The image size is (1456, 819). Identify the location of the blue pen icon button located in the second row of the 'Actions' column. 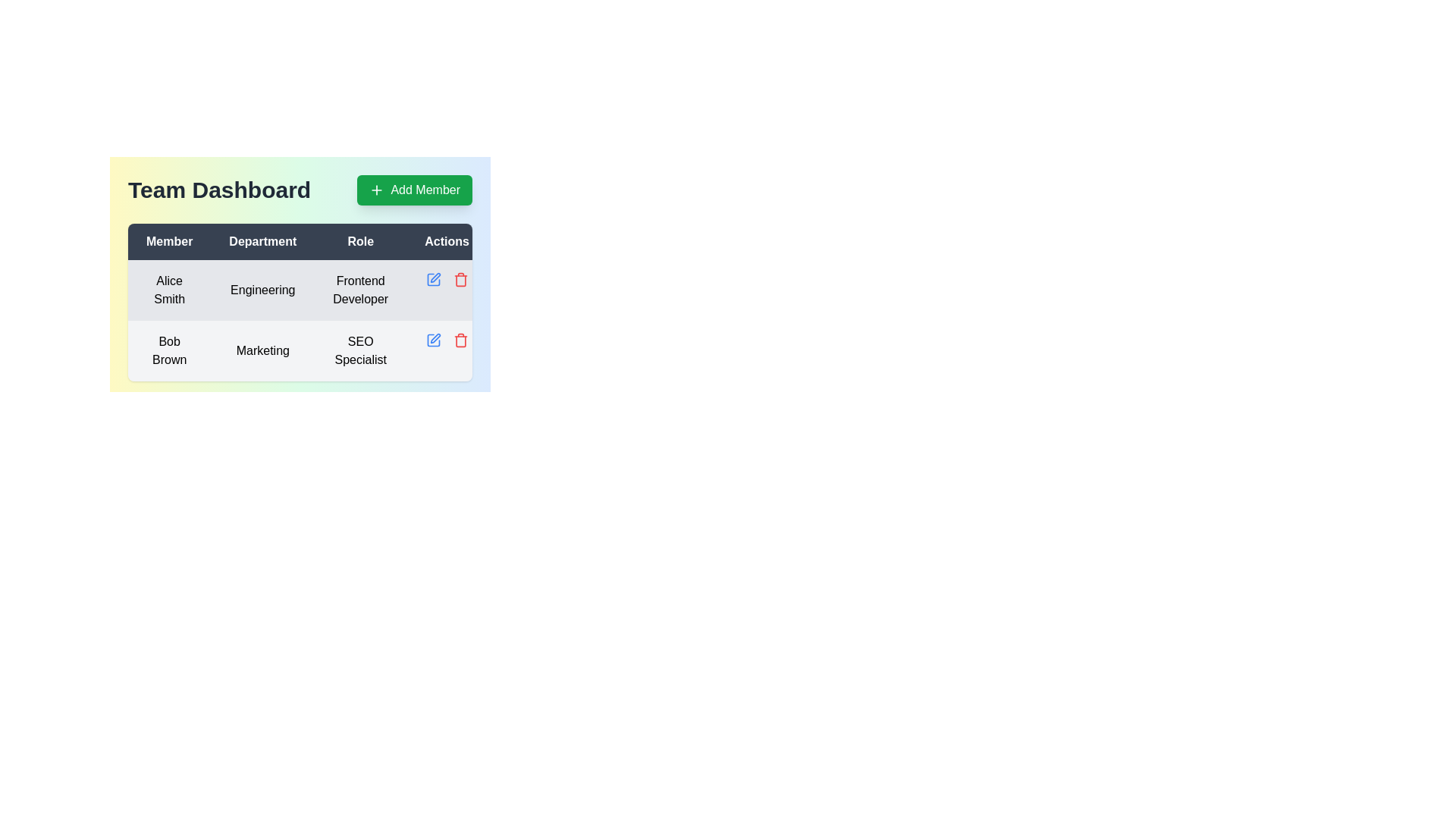
(435, 337).